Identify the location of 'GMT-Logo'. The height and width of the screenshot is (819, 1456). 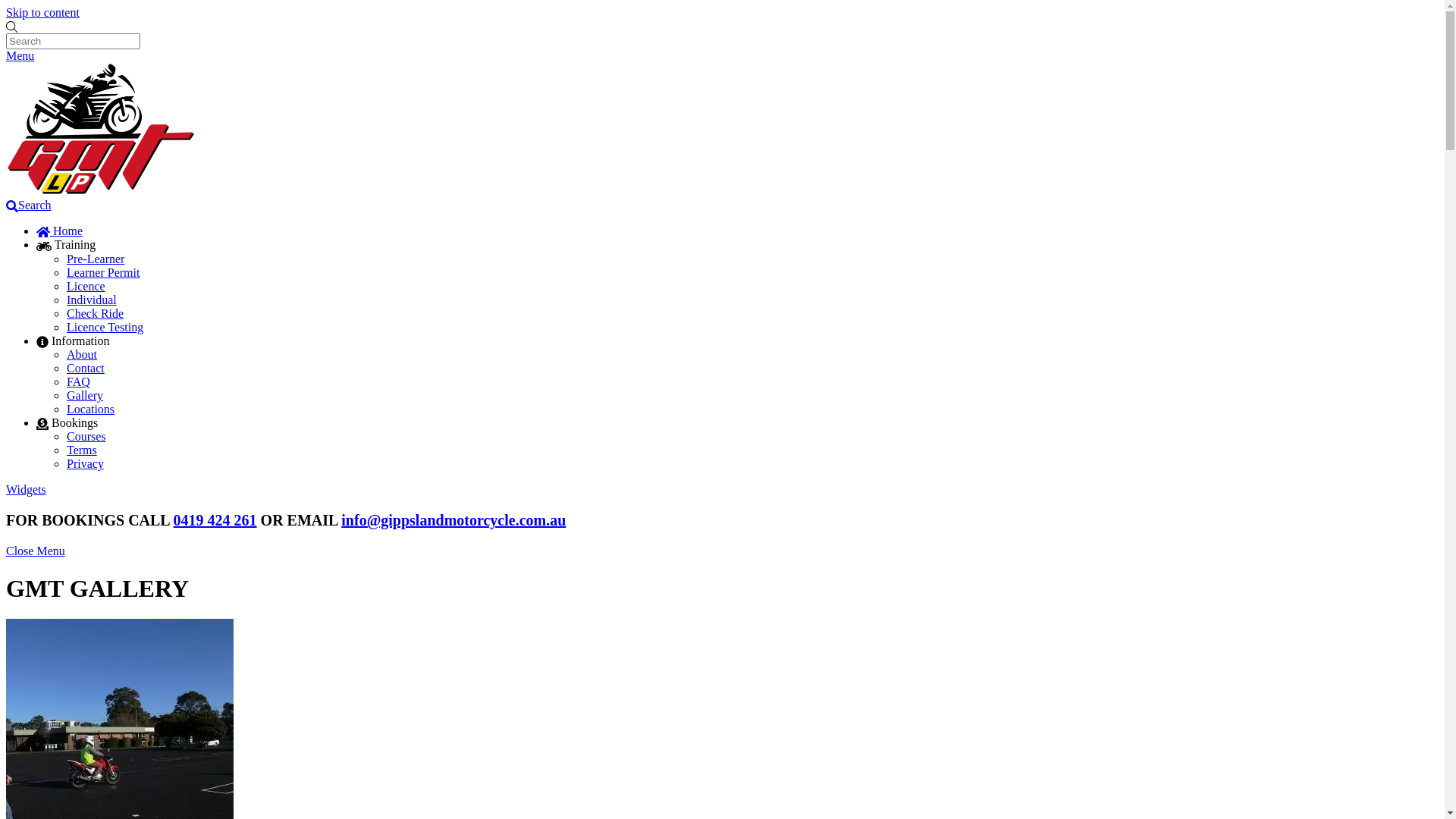
(100, 127).